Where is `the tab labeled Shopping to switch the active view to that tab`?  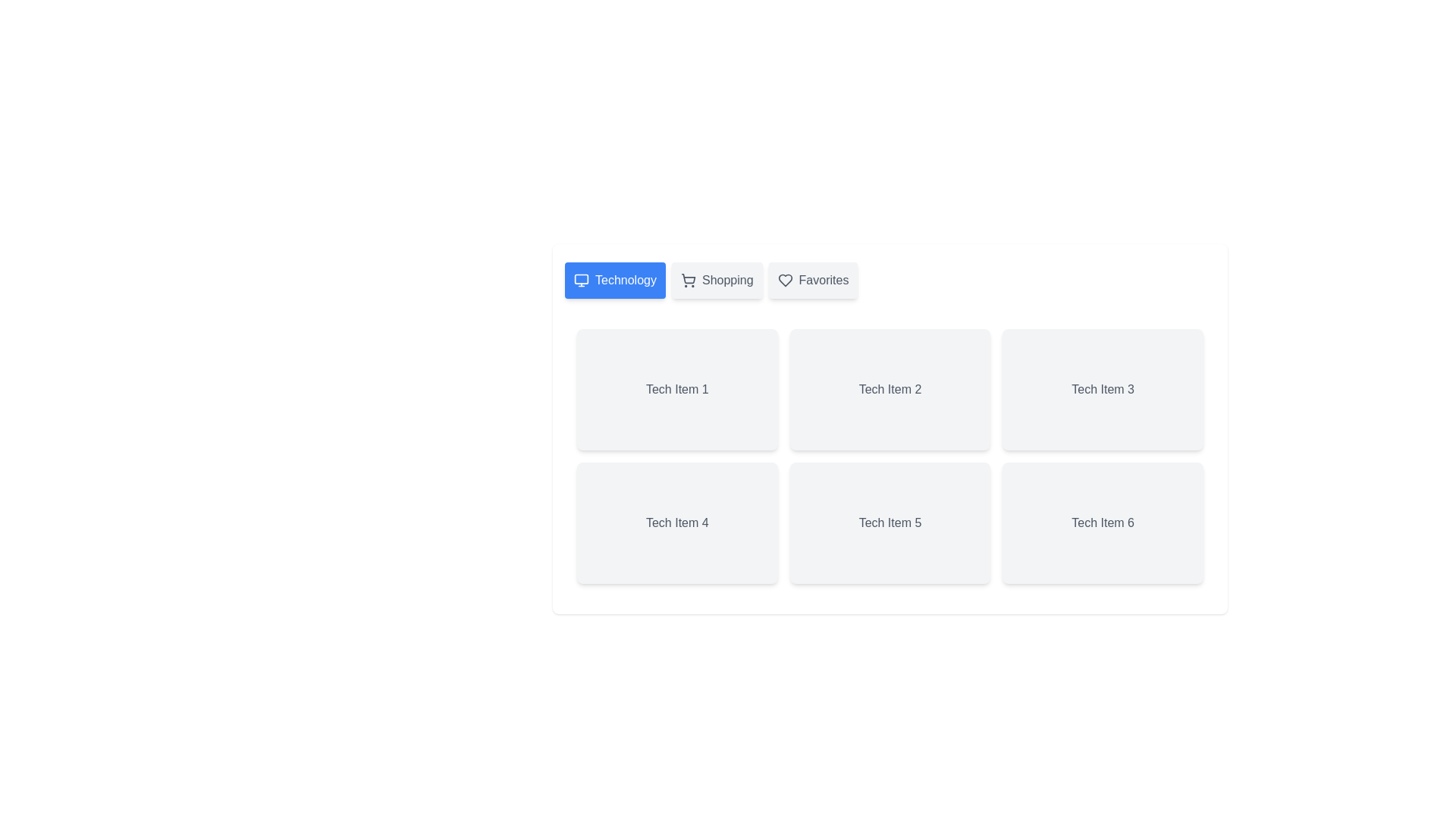 the tab labeled Shopping to switch the active view to that tab is located at coordinates (716, 281).